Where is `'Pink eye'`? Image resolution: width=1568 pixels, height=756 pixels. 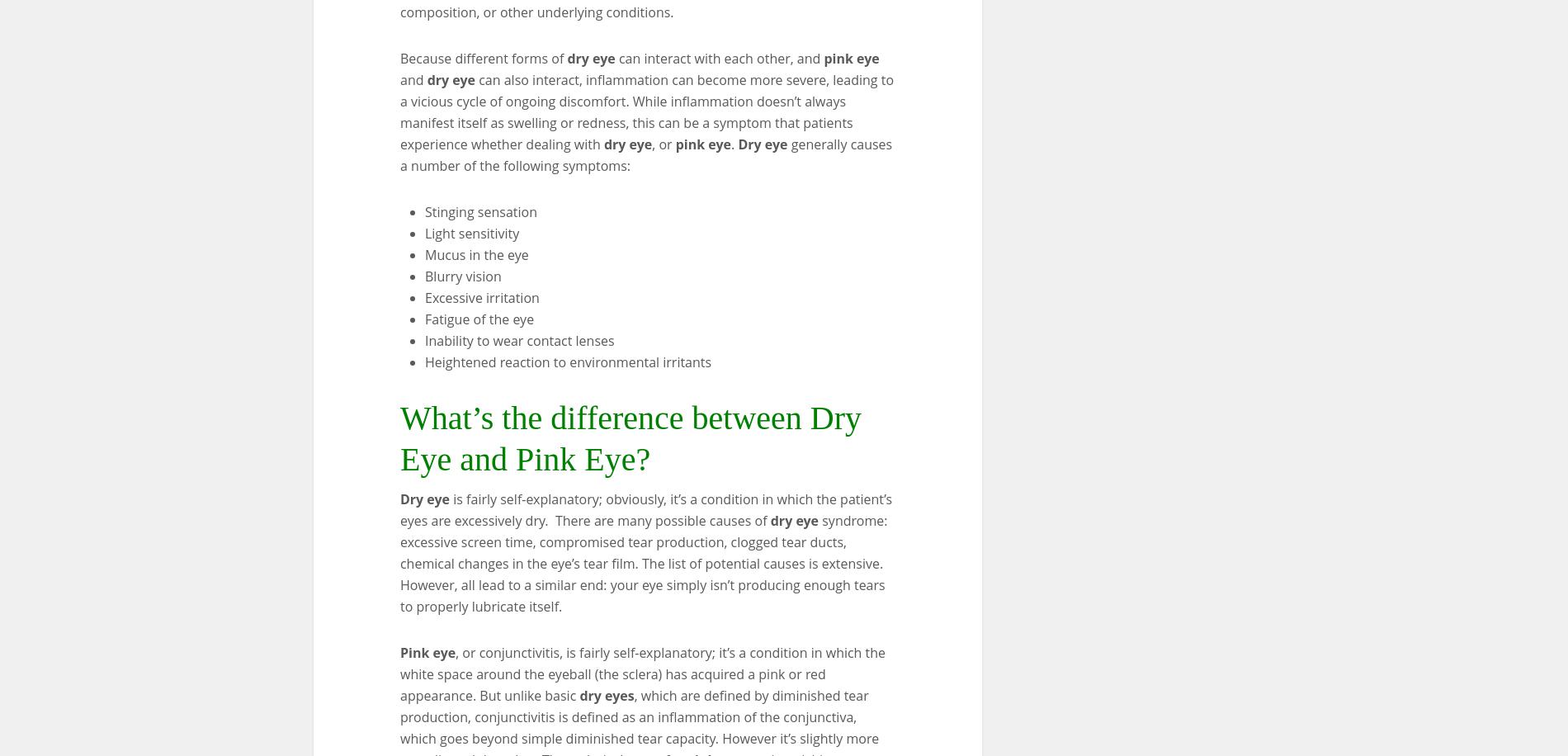
'Pink eye' is located at coordinates (400, 650).